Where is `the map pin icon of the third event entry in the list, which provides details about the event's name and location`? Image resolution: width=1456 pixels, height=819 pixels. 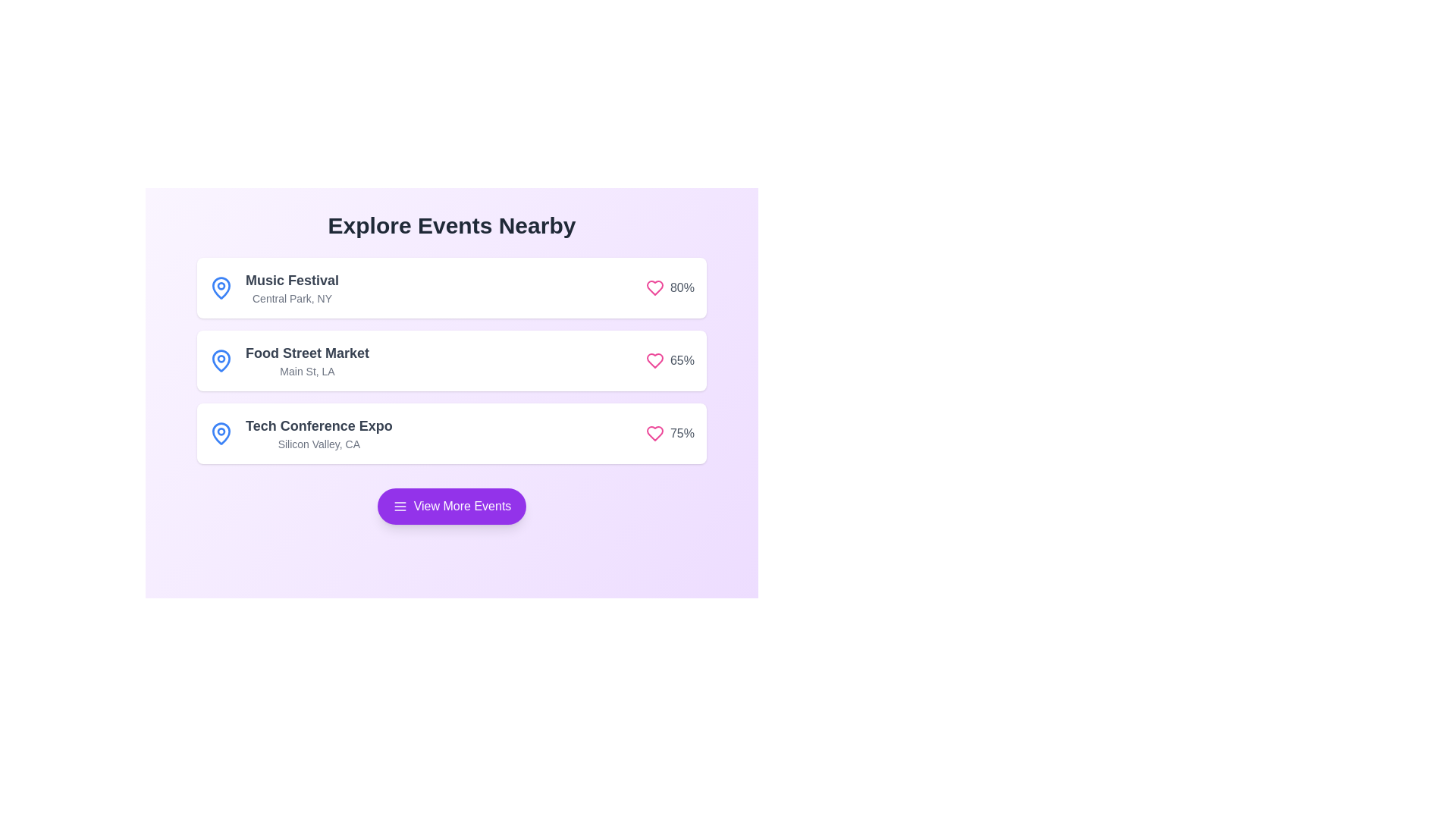
the map pin icon of the third event entry in the list, which provides details about the event's name and location is located at coordinates (300, 433).